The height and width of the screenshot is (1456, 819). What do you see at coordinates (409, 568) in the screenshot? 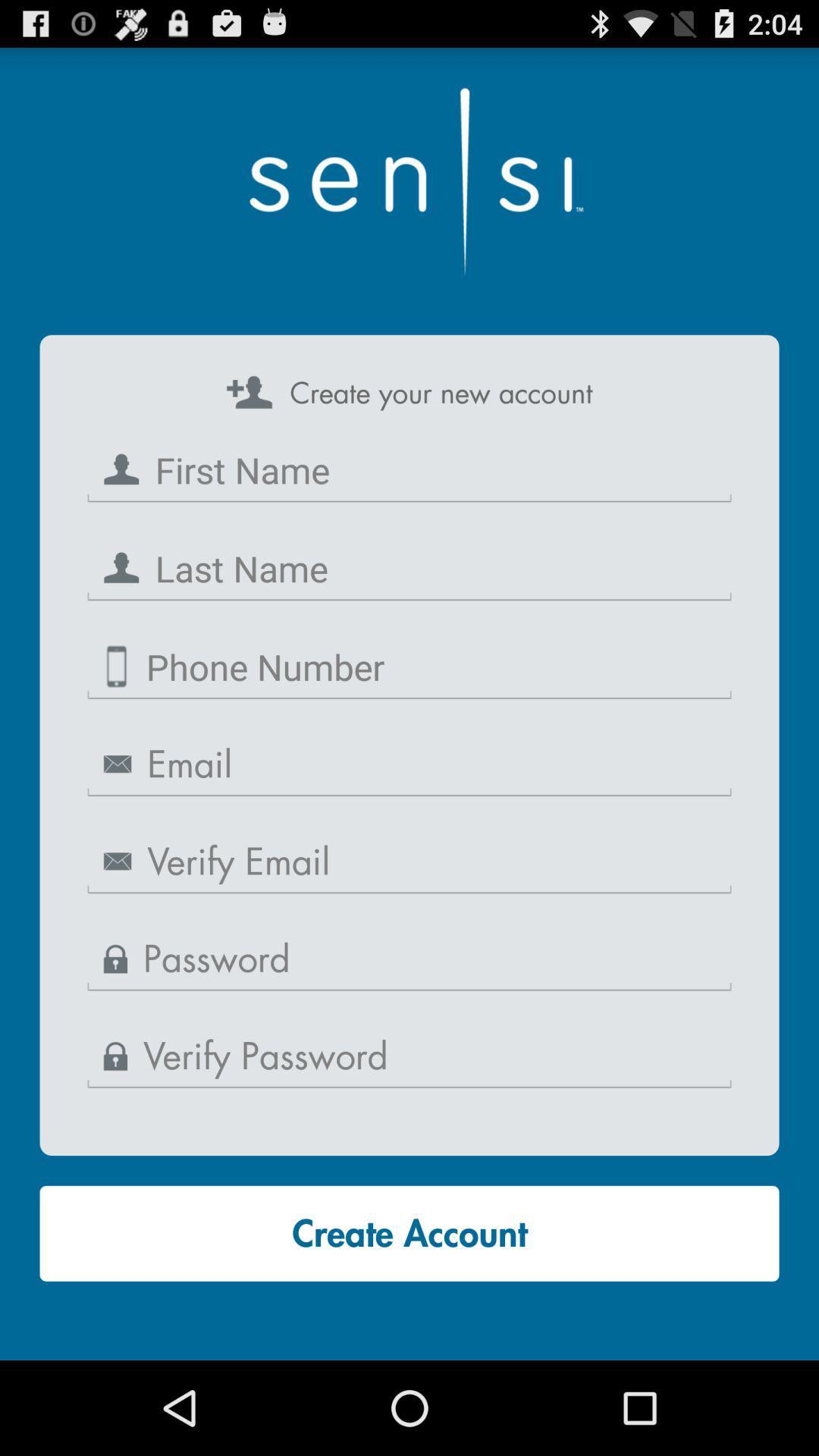
I see `last name field` at bounding box center [409, 568].